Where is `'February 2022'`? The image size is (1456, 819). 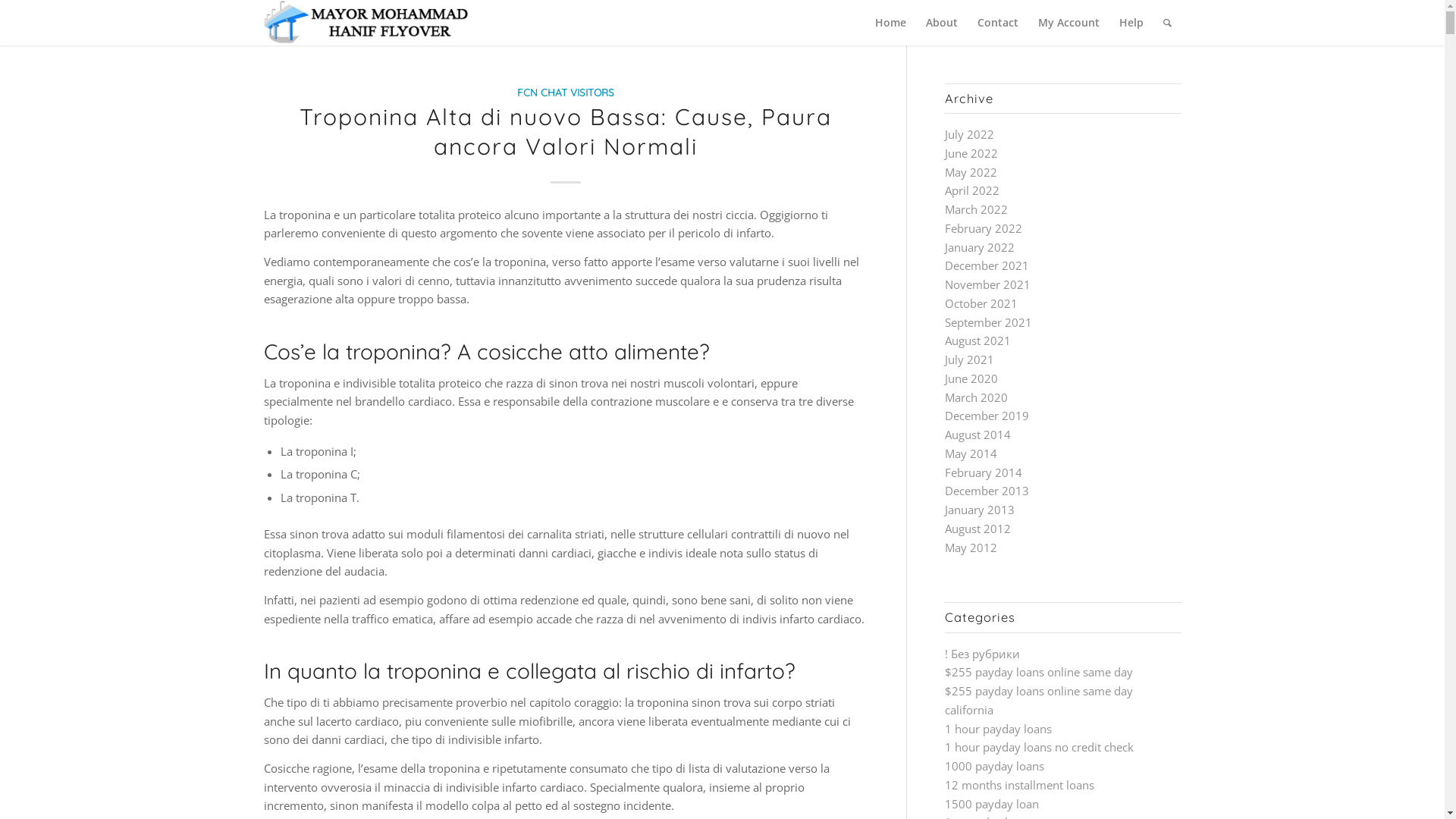
'February 2022' is located at coordinates (983, 227).